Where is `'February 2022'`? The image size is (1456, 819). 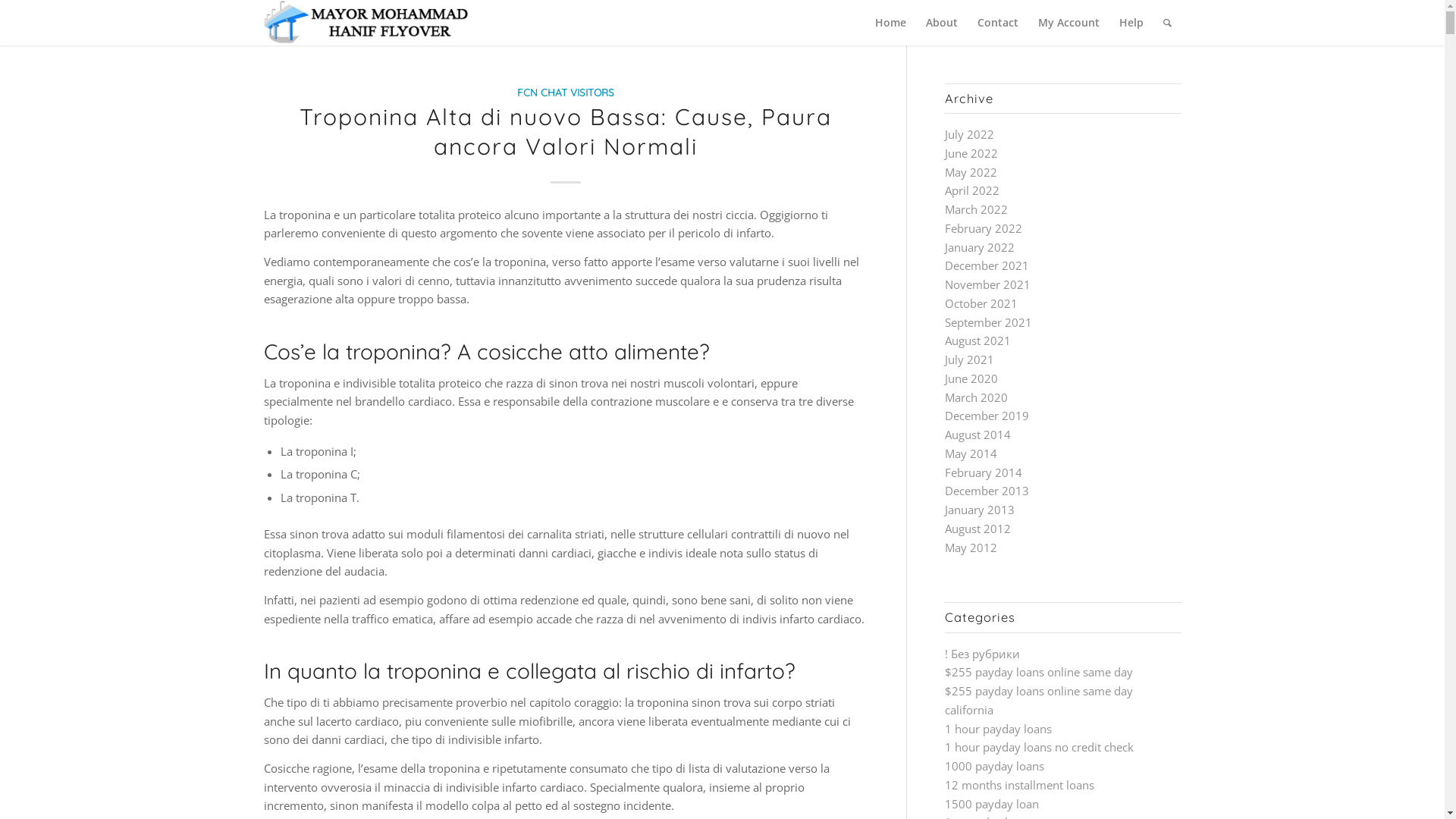
'February 2022' is located at coordinates (983, 227).